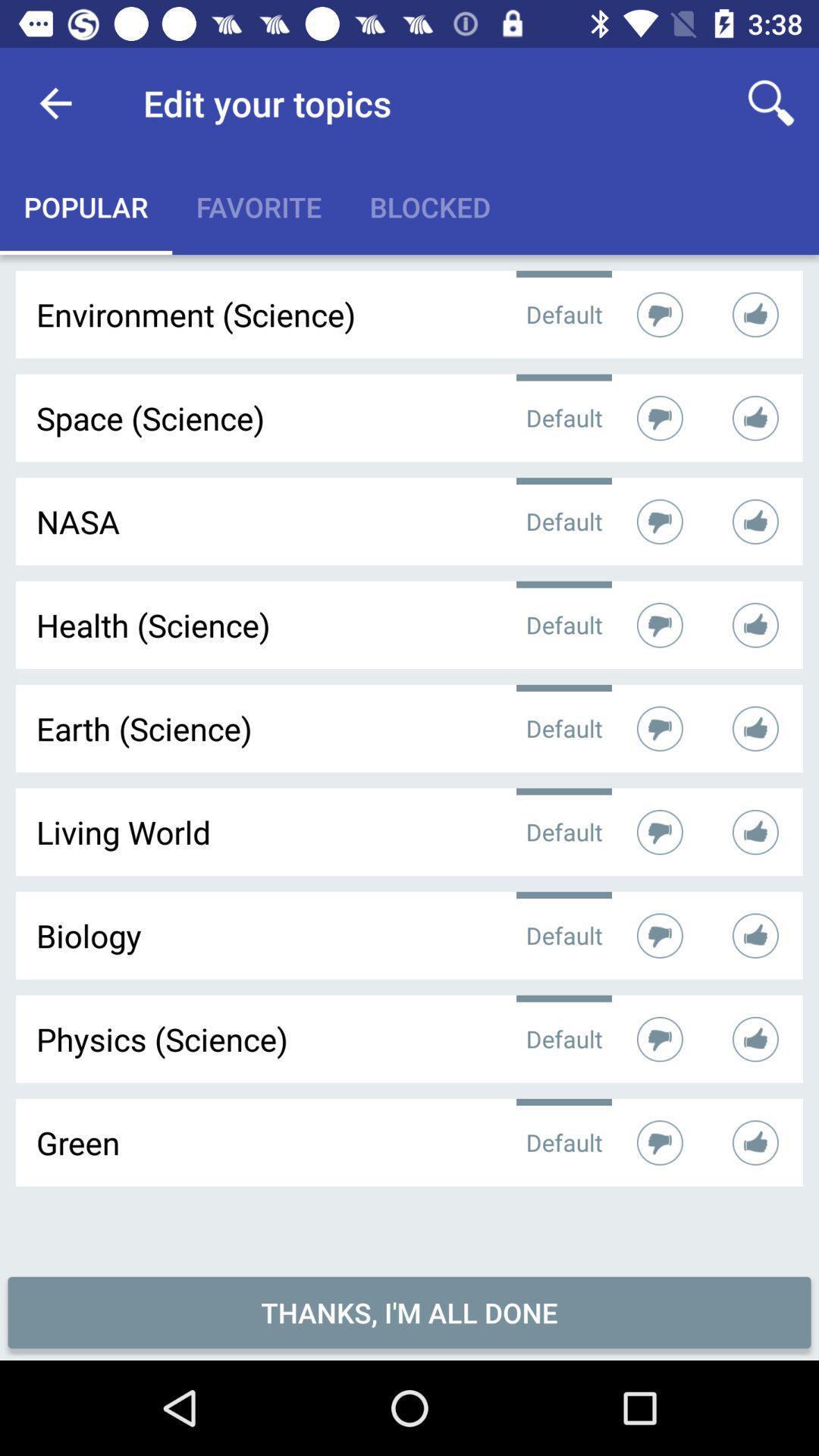 This screenshot has width=819, height=1456. I want to click on the dislike option  to the right of green text, so click(659, 1143).